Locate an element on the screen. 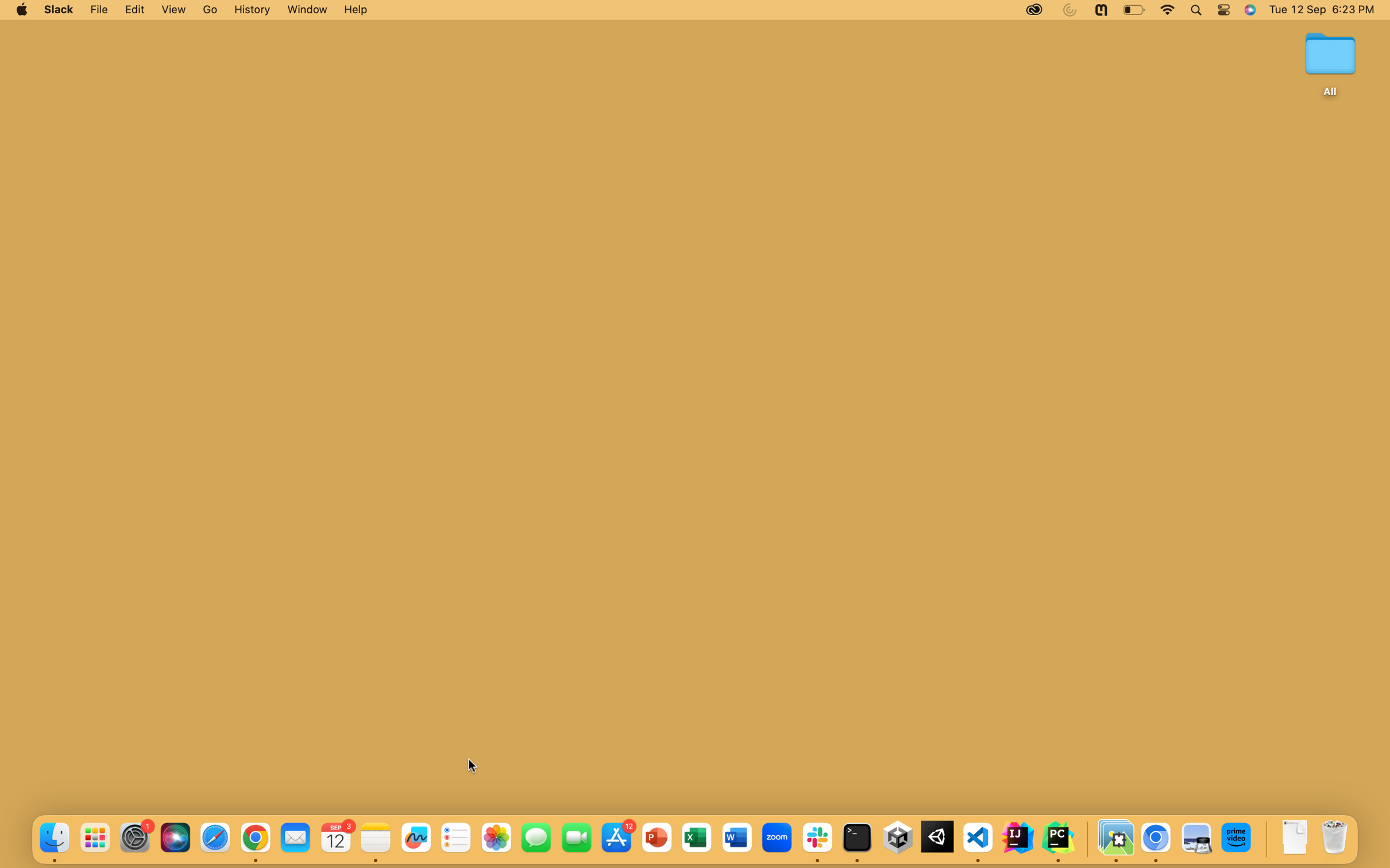 The image size is (1390, 868). the History Options settings is located at coordinates (251, 10).